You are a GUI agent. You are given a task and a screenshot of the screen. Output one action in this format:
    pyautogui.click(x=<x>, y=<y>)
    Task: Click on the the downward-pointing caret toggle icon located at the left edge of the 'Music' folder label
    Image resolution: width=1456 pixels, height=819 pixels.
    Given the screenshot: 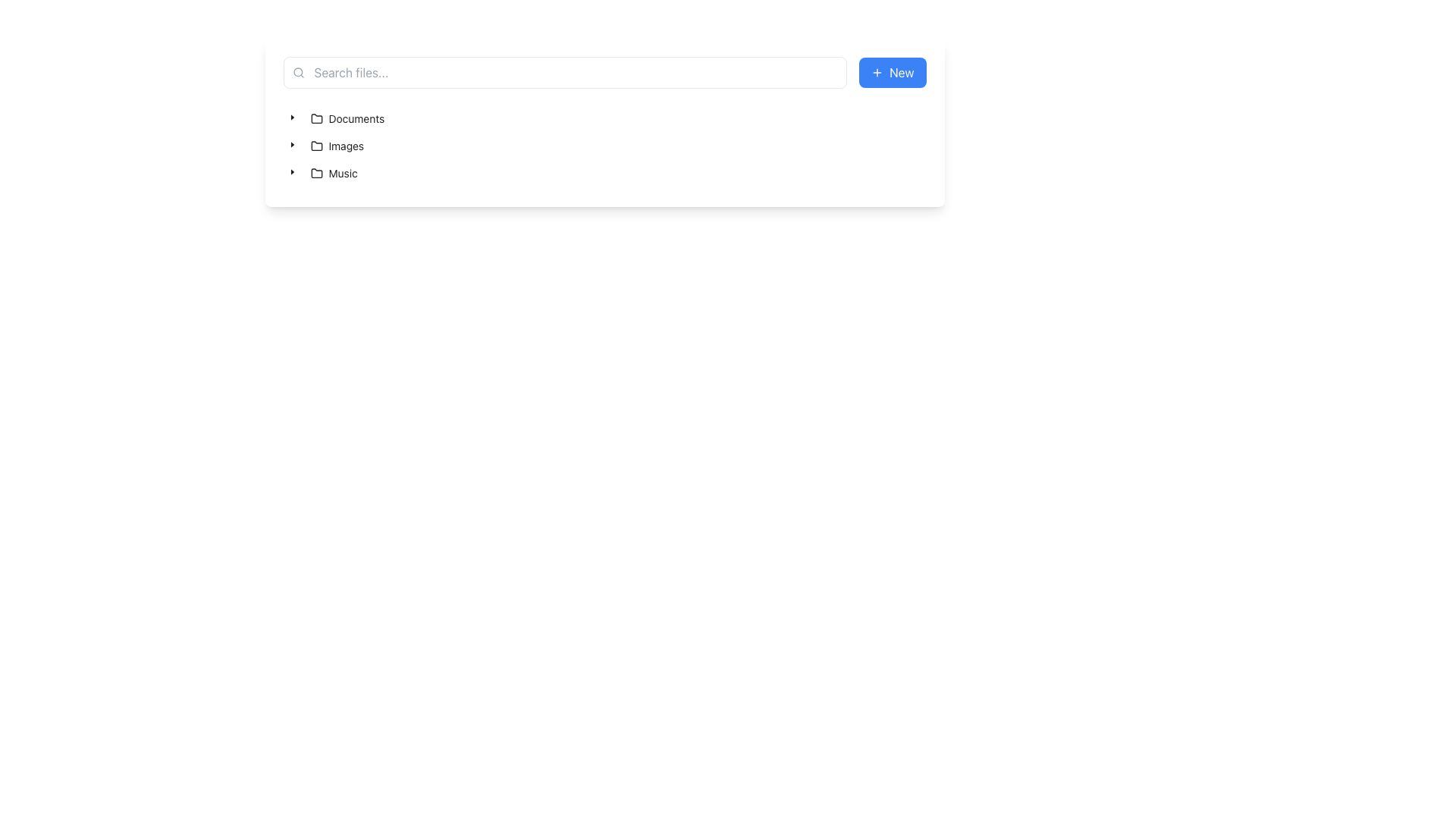 What is the action you would take?
    pyautogui.click(x=292, y=171)
    